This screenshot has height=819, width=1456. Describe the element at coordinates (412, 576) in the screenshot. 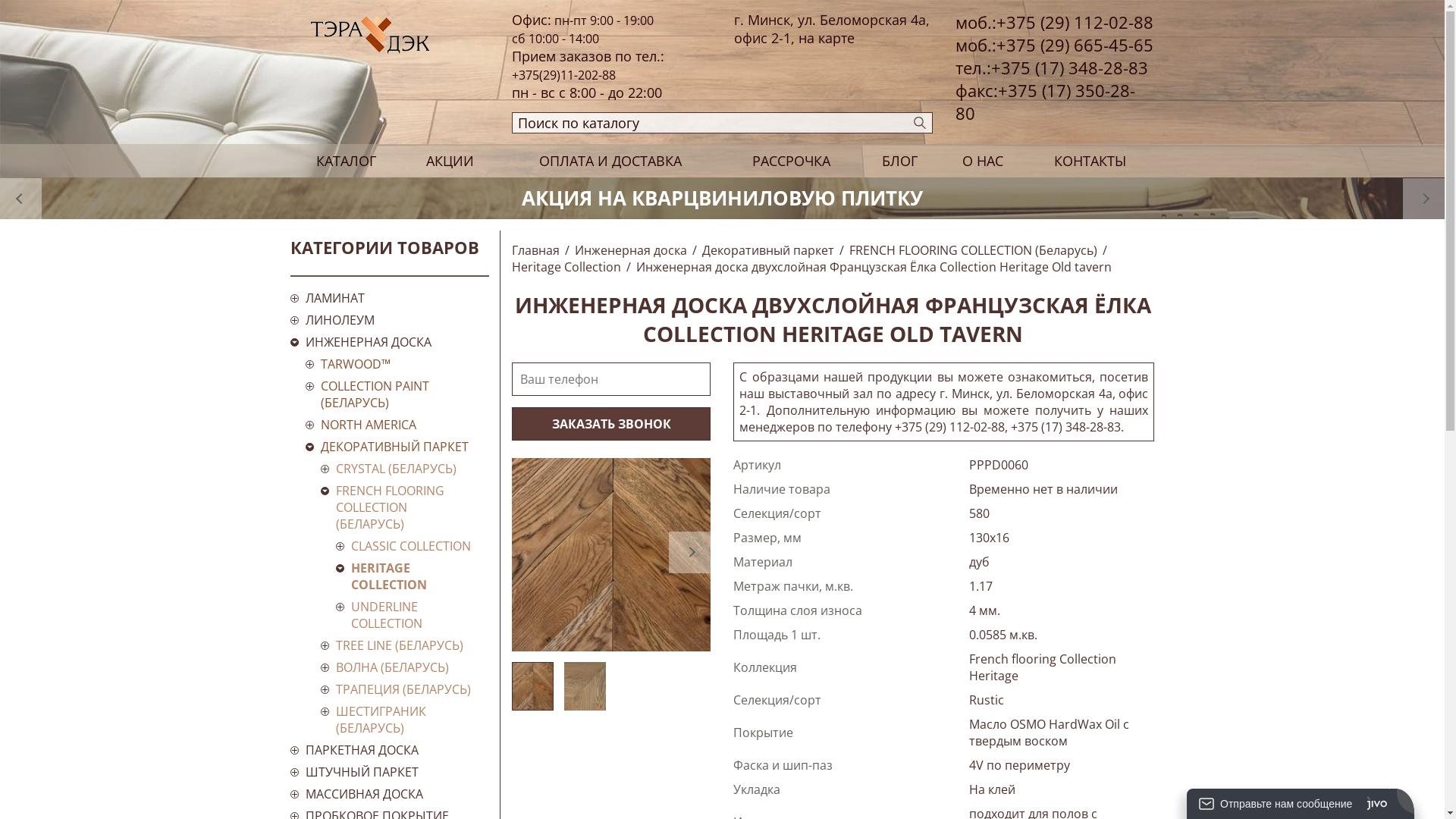

I see `'HERITAGE COLLECTION'` at that location.